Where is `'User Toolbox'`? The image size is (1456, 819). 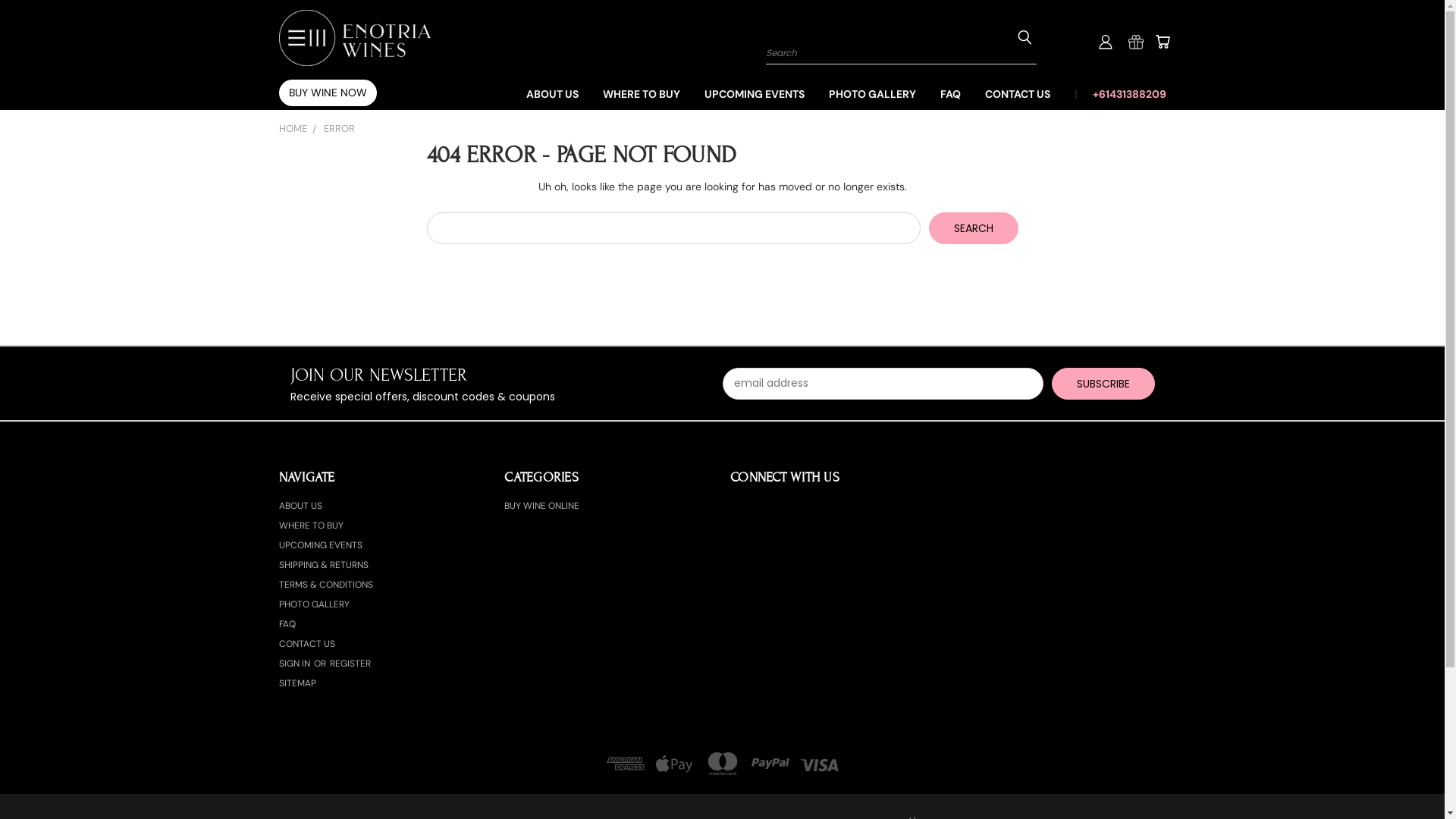 'User Toolbox' is located at coordinates (1098, 40).